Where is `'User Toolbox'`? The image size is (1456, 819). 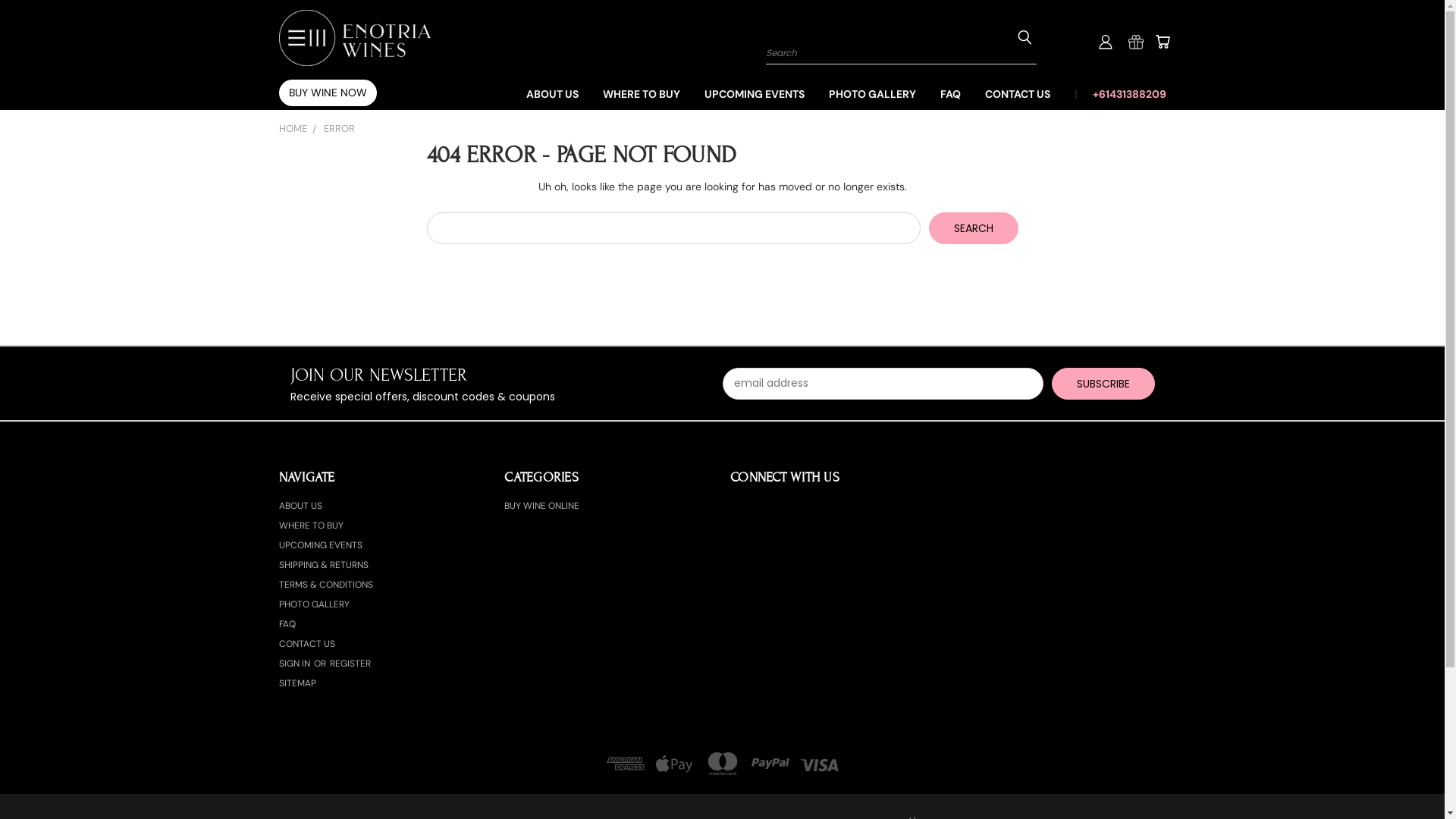 'User Toolbox' is located at coordinates (1098, 40).